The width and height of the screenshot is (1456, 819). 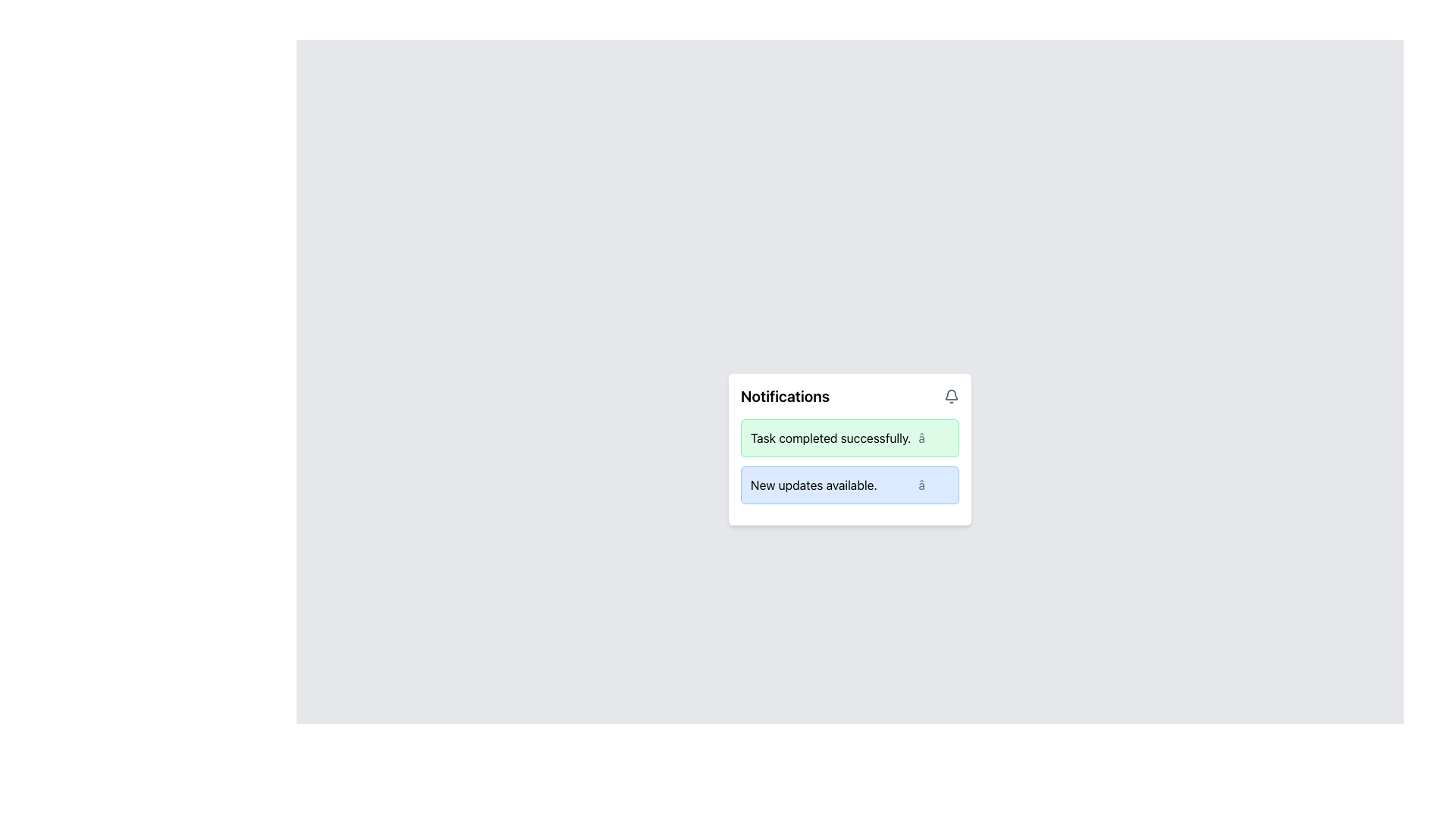 I want to click on the informational static text notifying the user about new updates, which is positioned left of the interactive icon marked with '✓', so click(x=813, y=485).